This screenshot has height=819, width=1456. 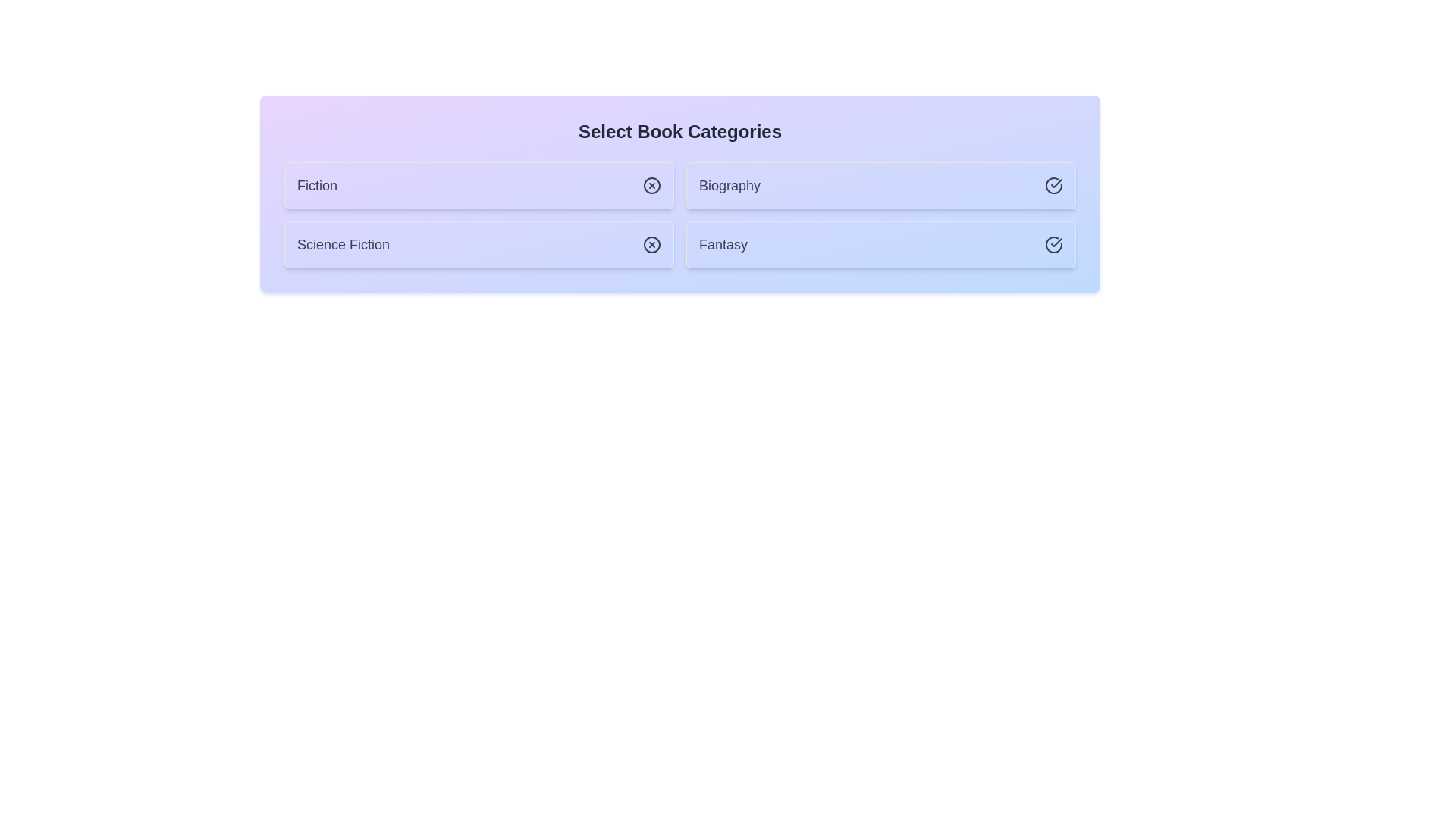 What do you see at coordinates (479, 244) in the screenshot?
I see `the chip labeled Science Fiction` at bounding box center [479, 244].